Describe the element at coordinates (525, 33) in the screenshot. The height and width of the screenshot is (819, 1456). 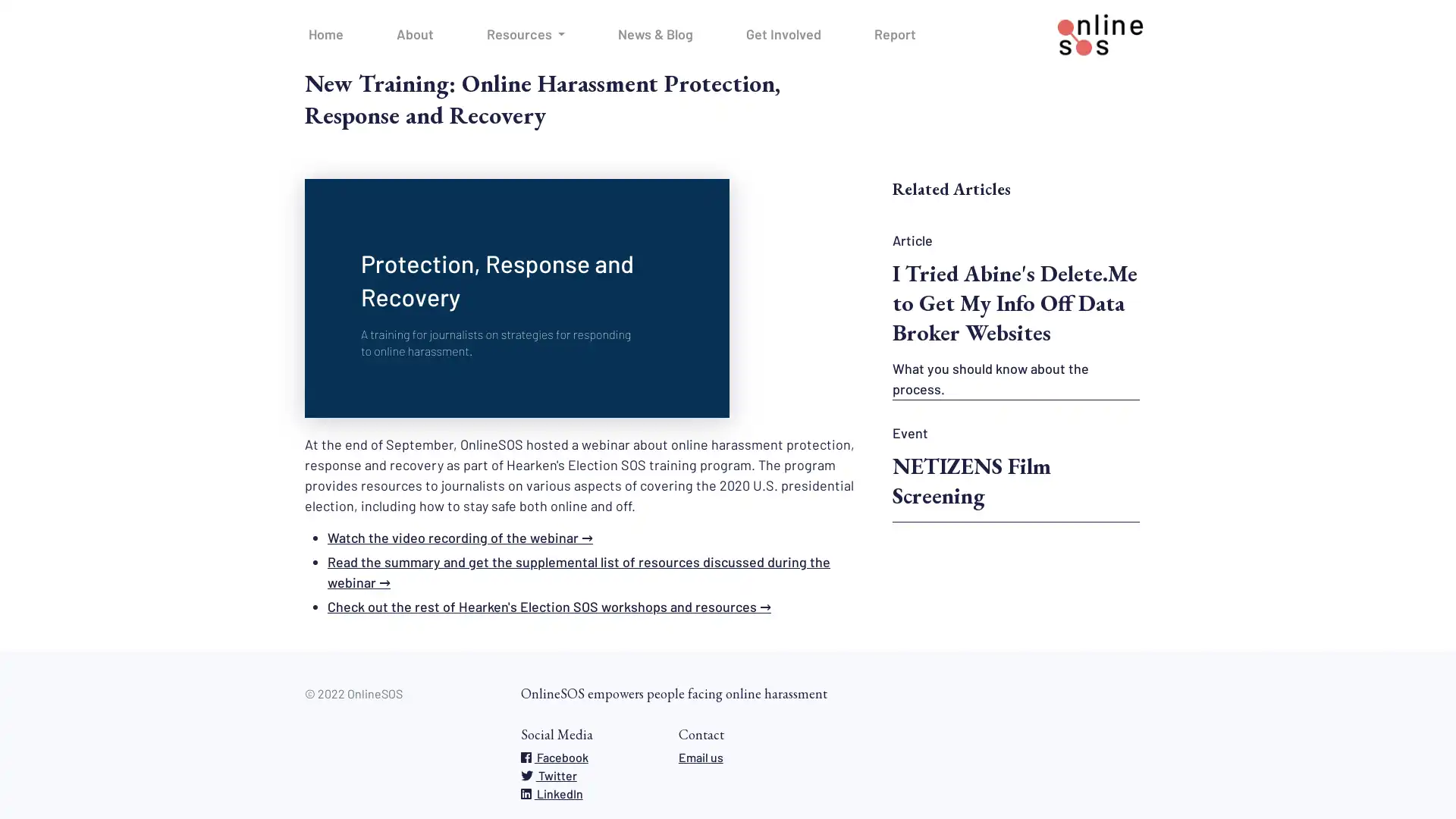
I see `Resources` at that location.